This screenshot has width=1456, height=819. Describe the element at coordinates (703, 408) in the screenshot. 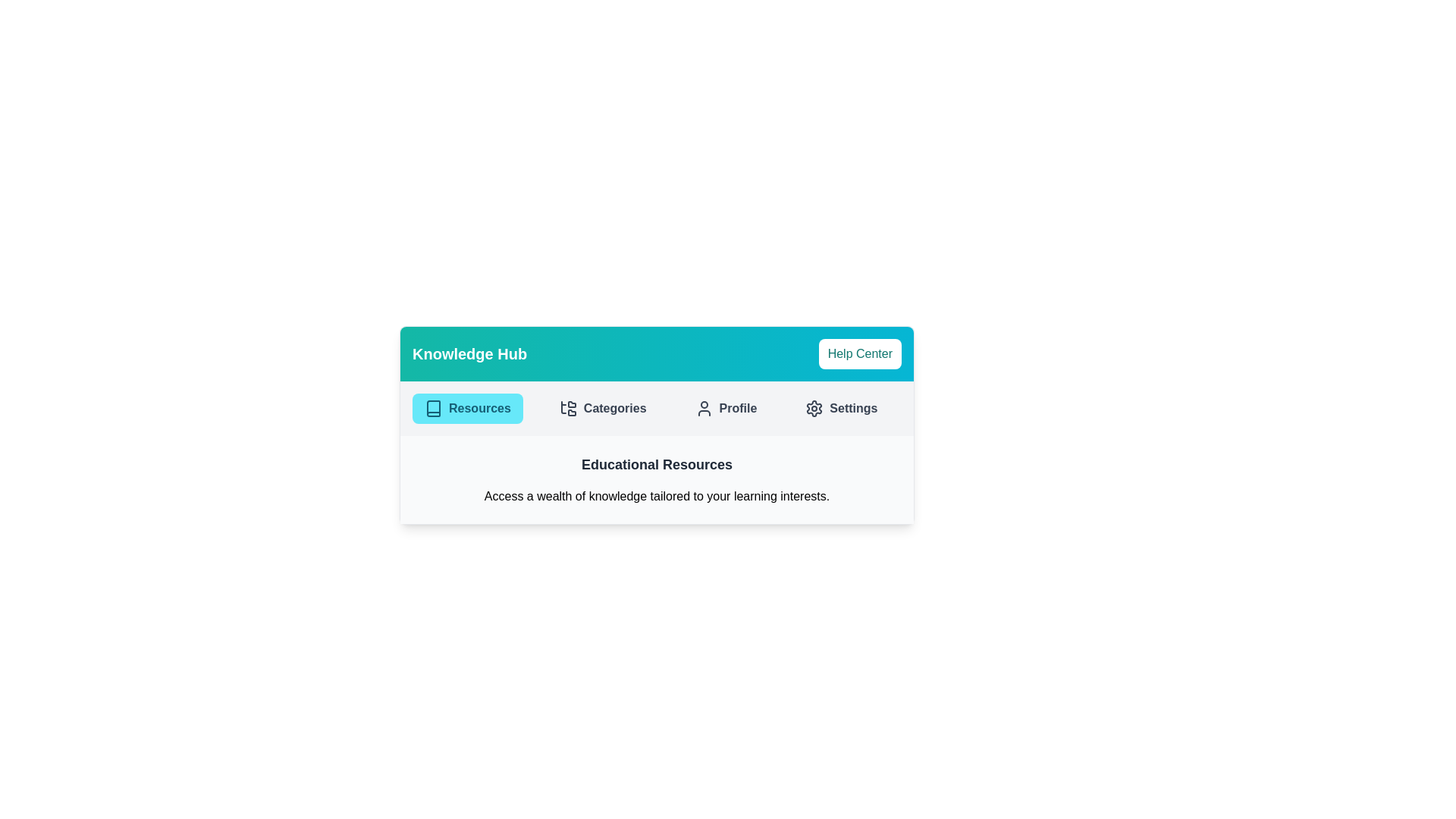

I see `the user profile icon, which is a silhouette of a person, located centrally in the 'Profile' button adjacent to the text 'Profile' in the navigation menu` at that location.